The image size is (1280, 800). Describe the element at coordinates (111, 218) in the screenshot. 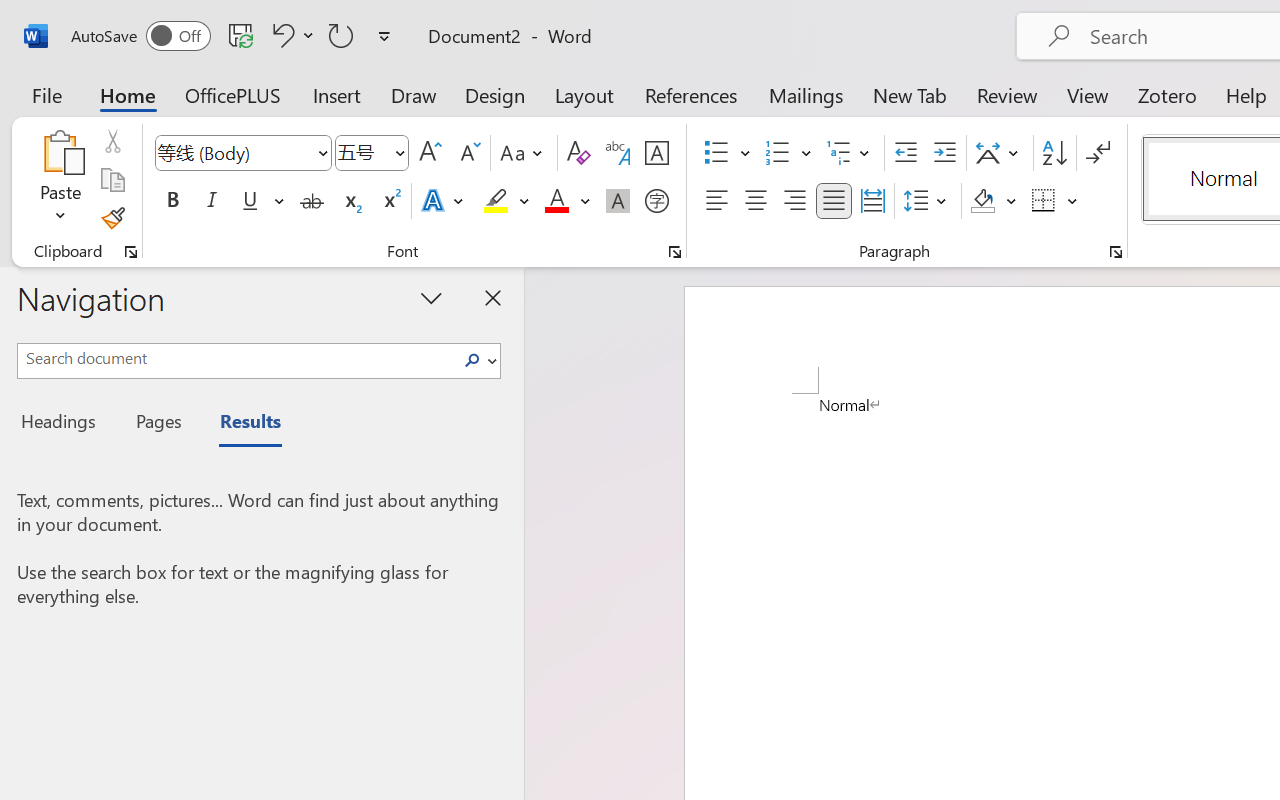

I see `'Format Painter'` at that location.